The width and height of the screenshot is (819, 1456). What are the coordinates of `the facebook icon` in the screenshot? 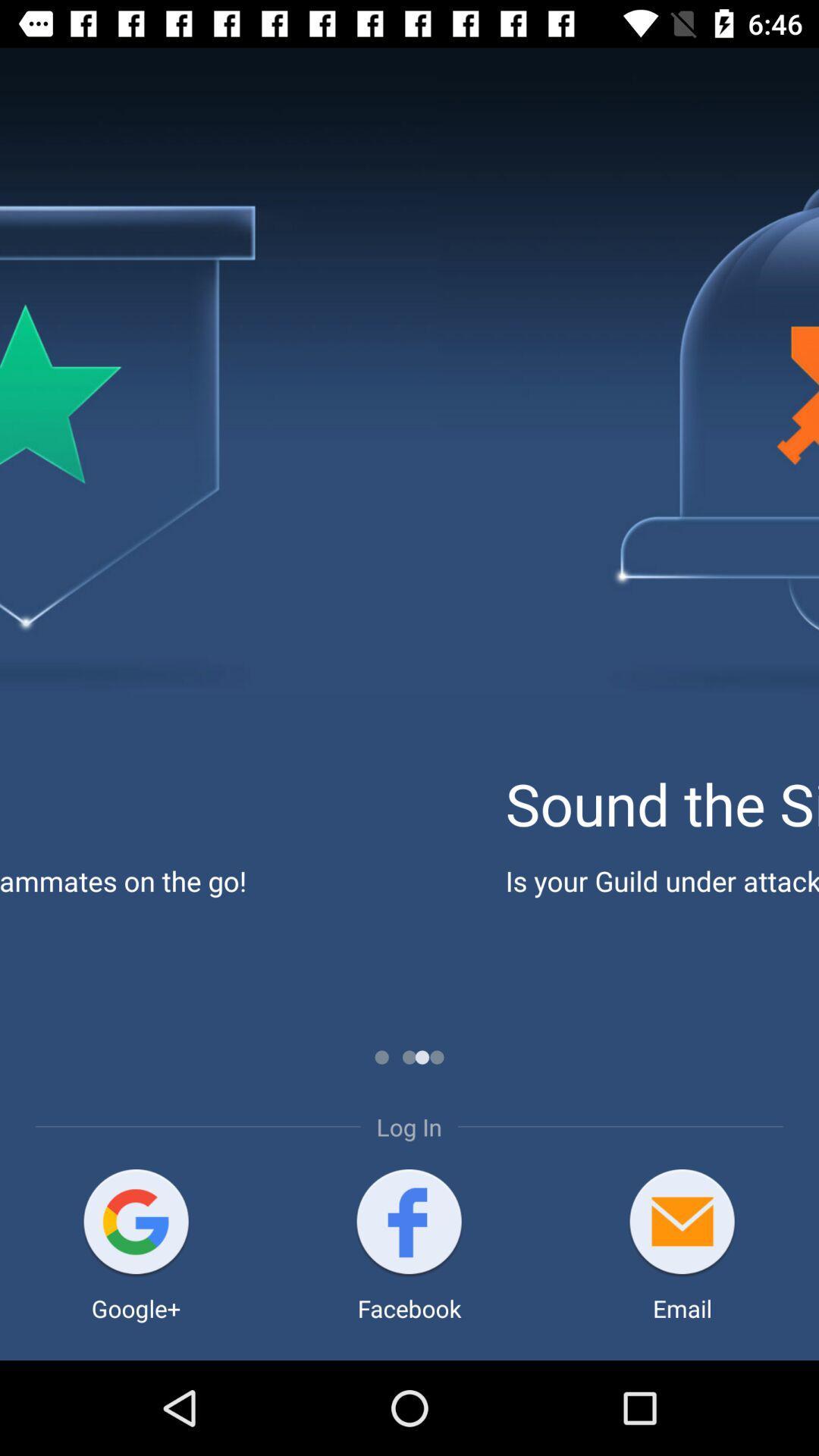 It's located at (408, 1223).